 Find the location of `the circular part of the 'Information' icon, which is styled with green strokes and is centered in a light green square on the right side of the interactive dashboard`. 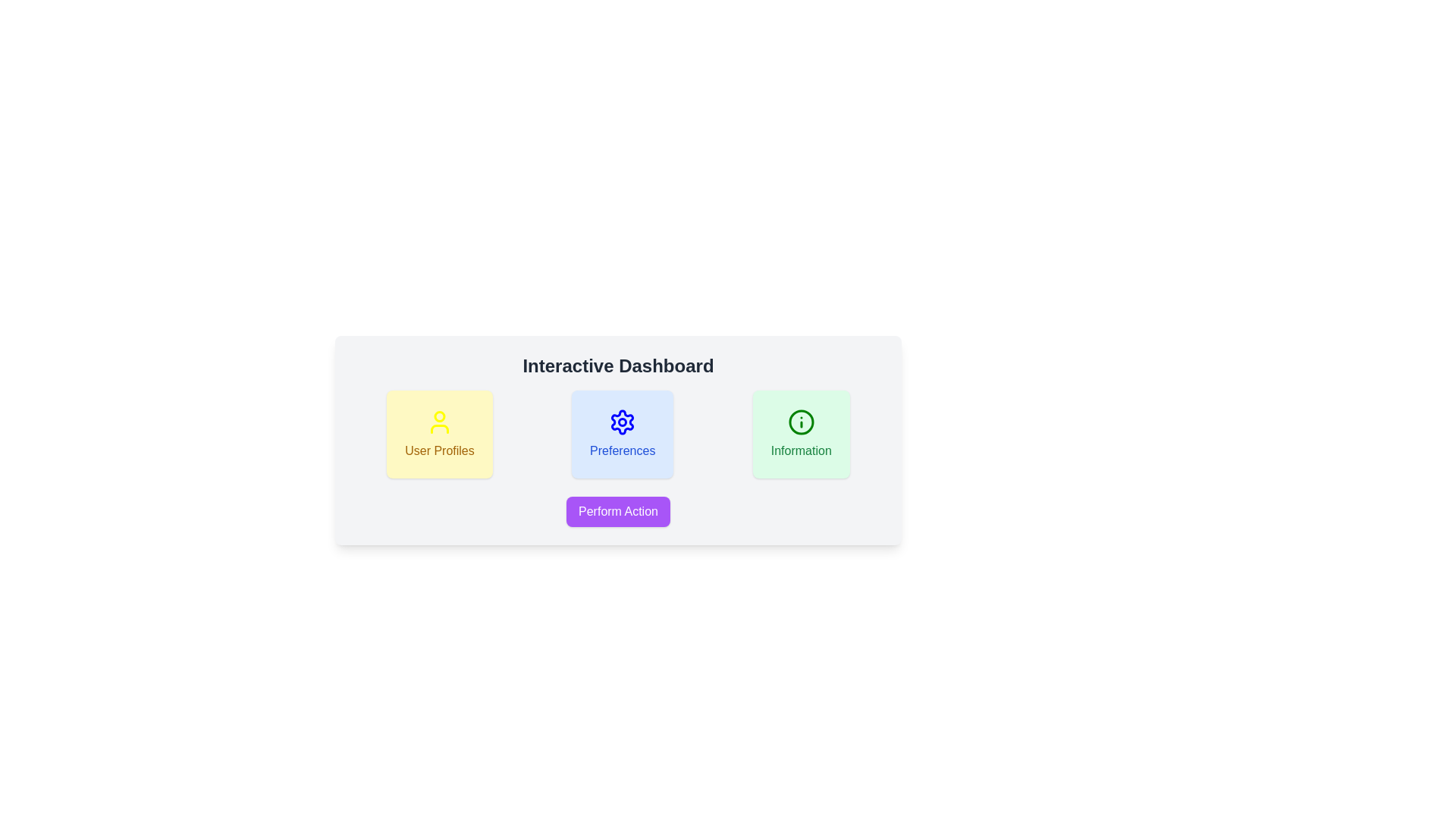

the circular part of the 'Information' icon, which is styled with green strokes and is centered in a light green square on the right side of the interactive dashboard is located at coordinates (800, 422).